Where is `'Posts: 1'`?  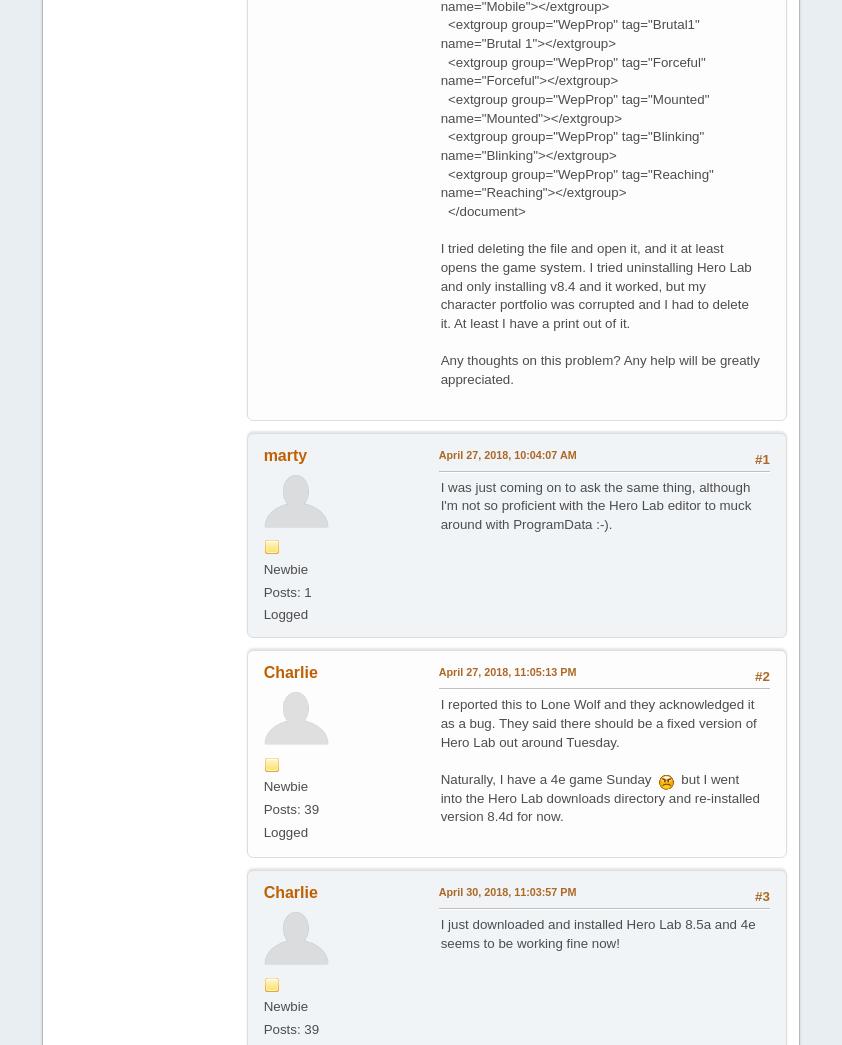 'Posts: 1' is located at coordinates (287, 590).